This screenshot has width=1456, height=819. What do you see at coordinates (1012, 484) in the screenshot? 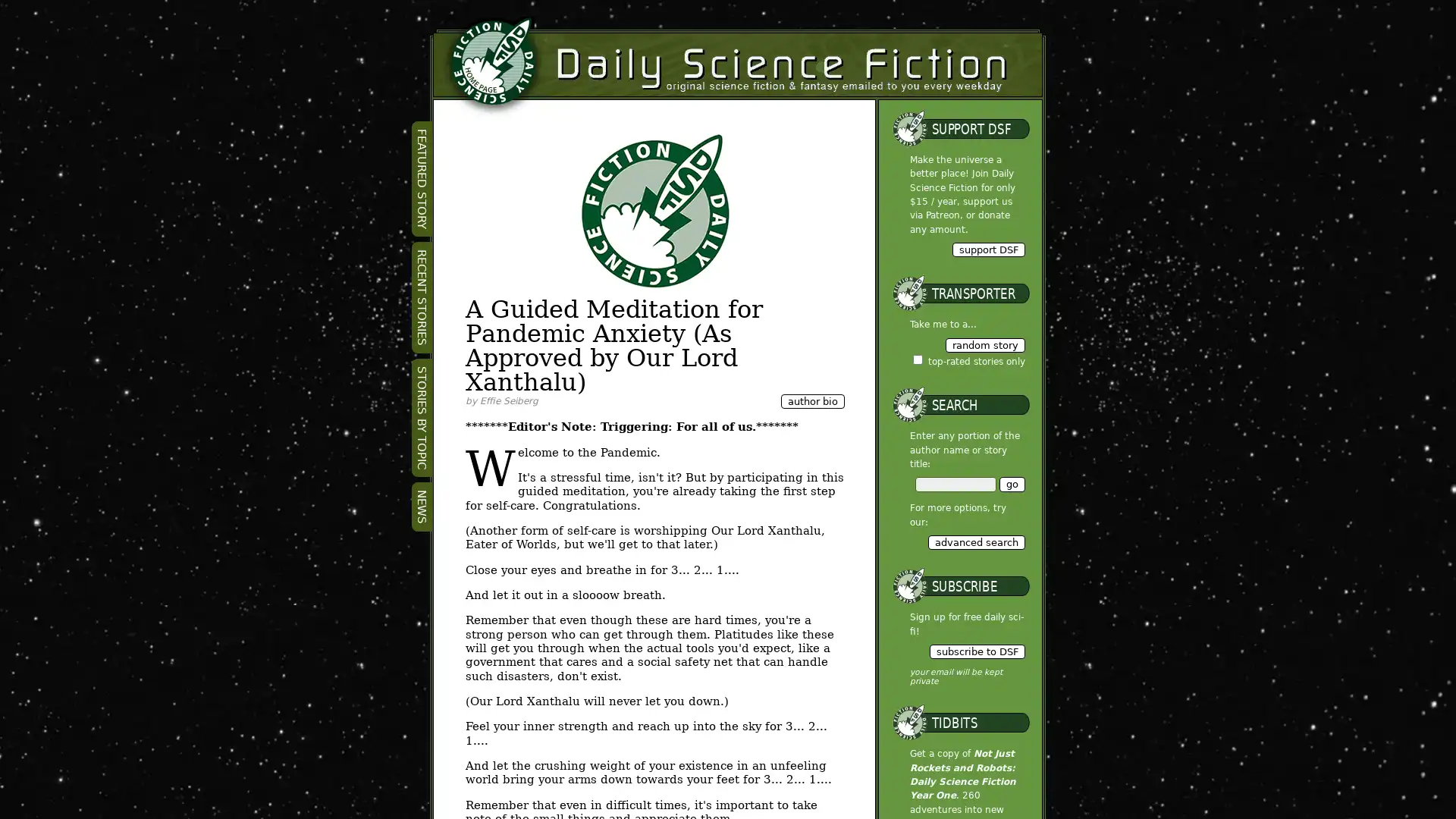
I see `go` at bounding box center [1012, 484].